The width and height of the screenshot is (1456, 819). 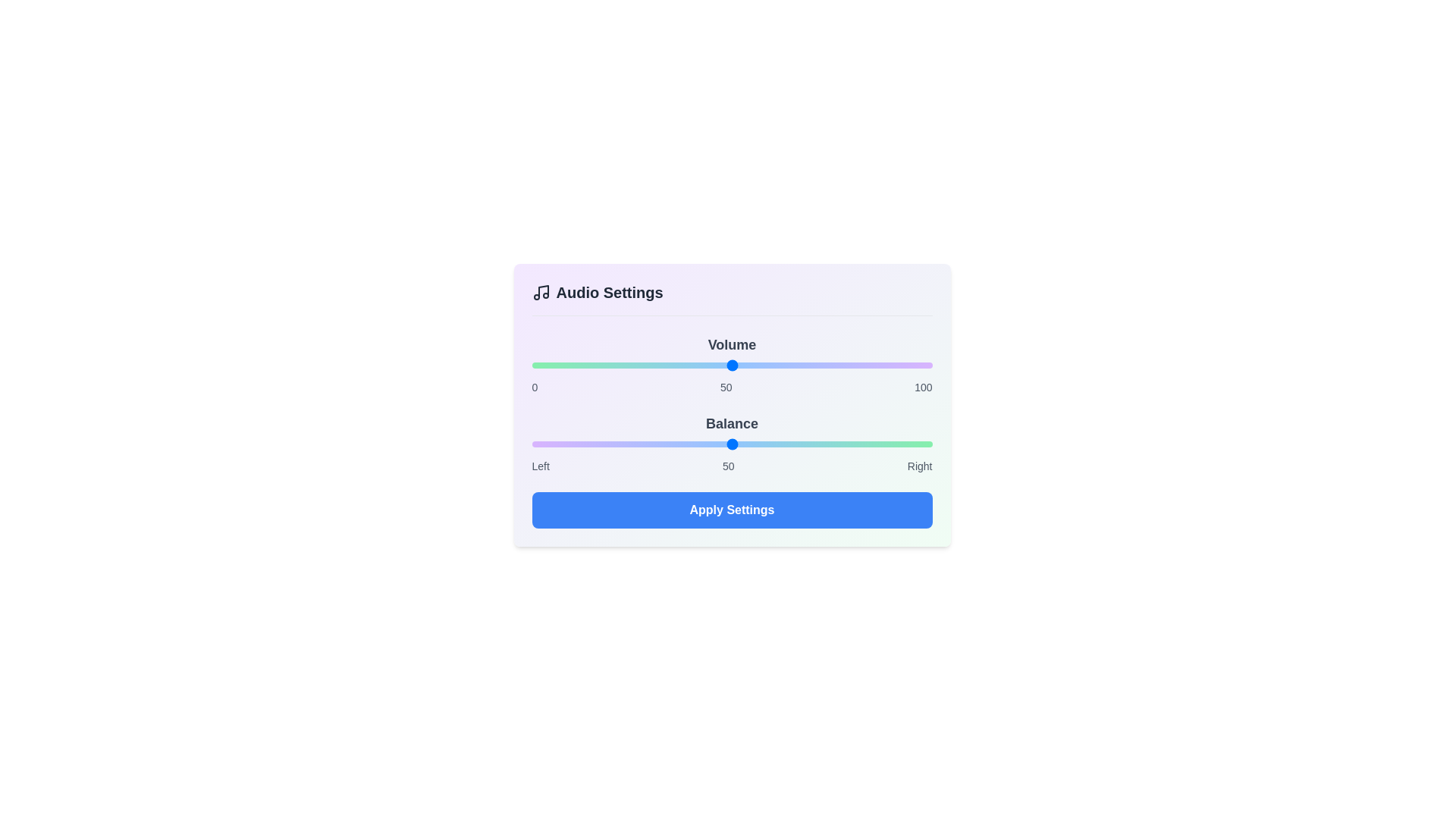 What do you see at coordinates (535, 386) in the screenshot?
I see `value displayed in the text label showing '0', which is located at the leftmost side of the numerical indicators below the 'Volume' slider in the 'Audio Settings' section` at bounding box center [535, 386].